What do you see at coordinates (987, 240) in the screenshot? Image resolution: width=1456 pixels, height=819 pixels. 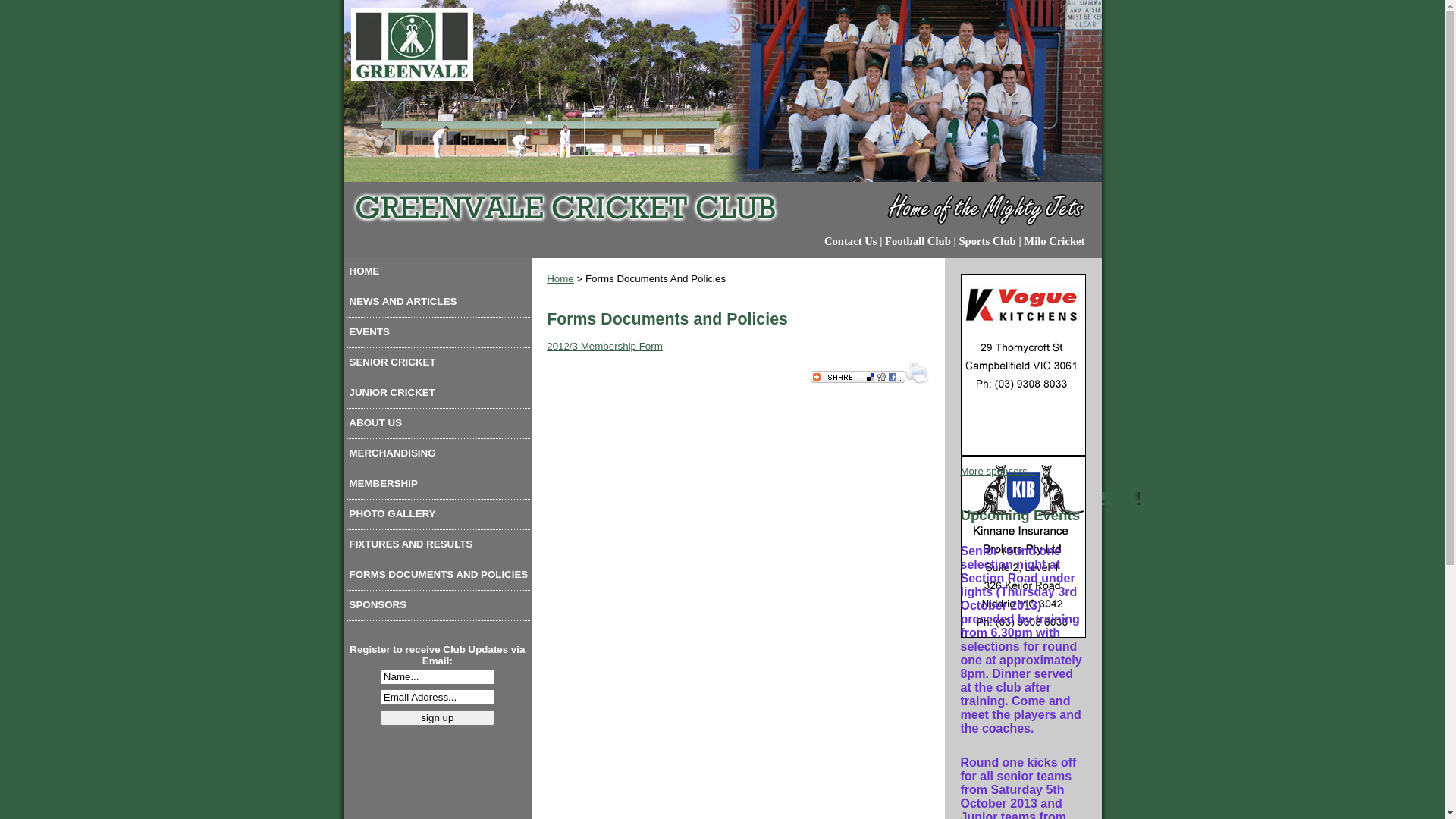 I see `'Sports Club'` at bounding box center [987, 240].